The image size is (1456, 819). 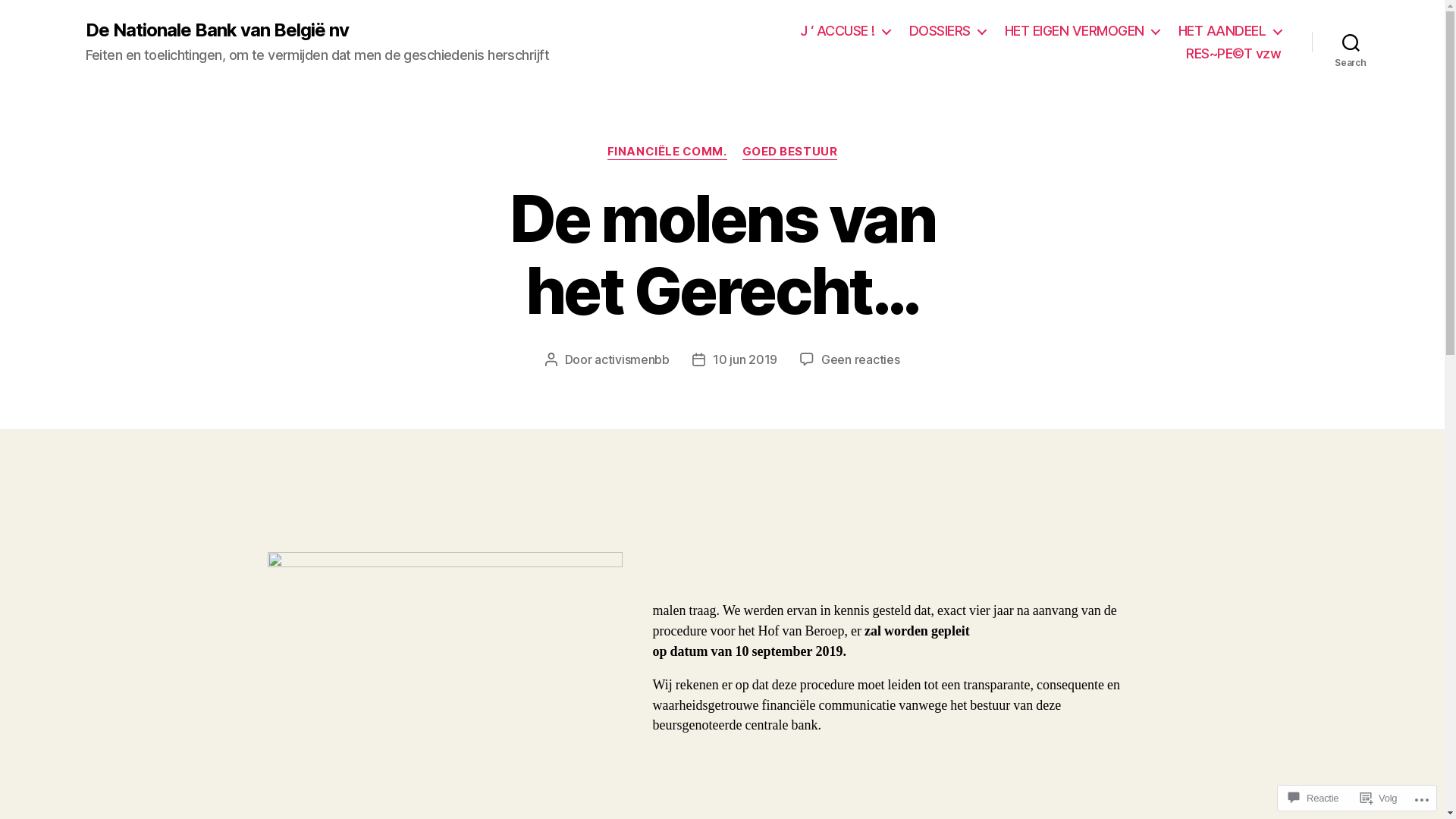 I want to click on 'HET AANDEEL', so click(x=1230, y=31).